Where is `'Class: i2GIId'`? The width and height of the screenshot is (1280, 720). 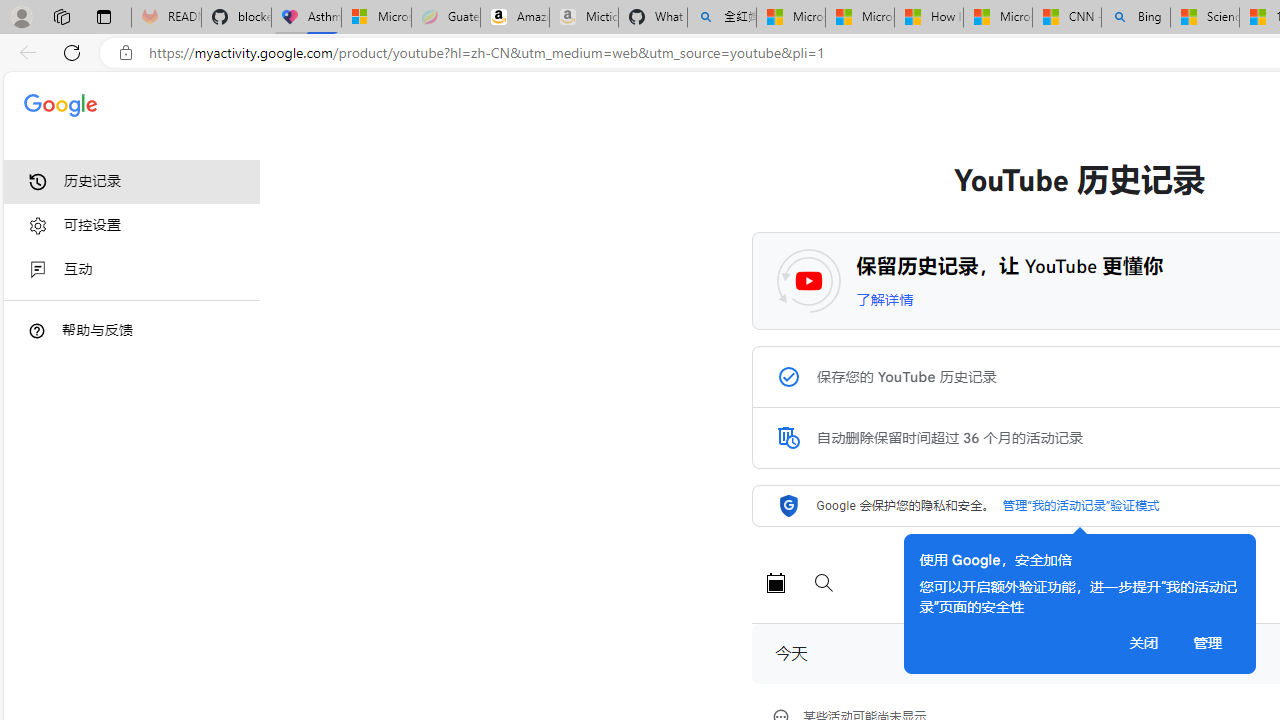 'Class: i2GIId' is located at coordinates (38, 270).